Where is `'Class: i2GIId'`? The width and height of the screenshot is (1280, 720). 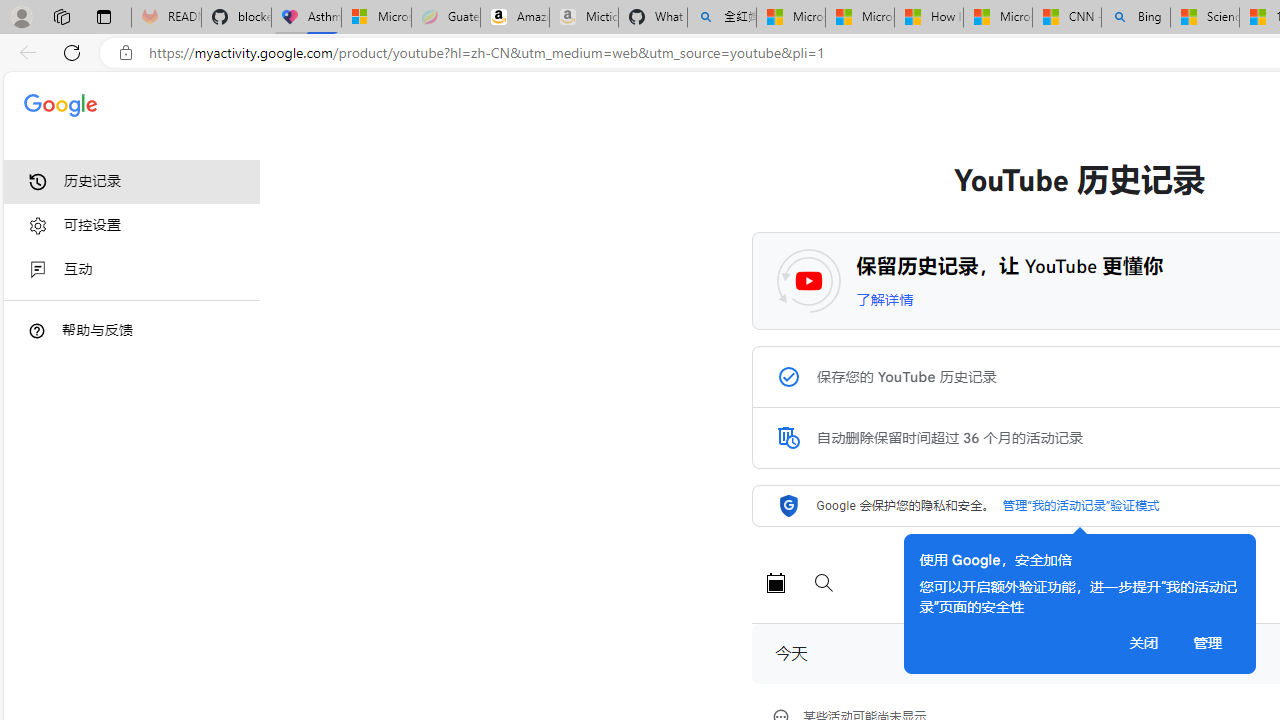 'Class: i2GIId' is located at coordinates (38, 270).